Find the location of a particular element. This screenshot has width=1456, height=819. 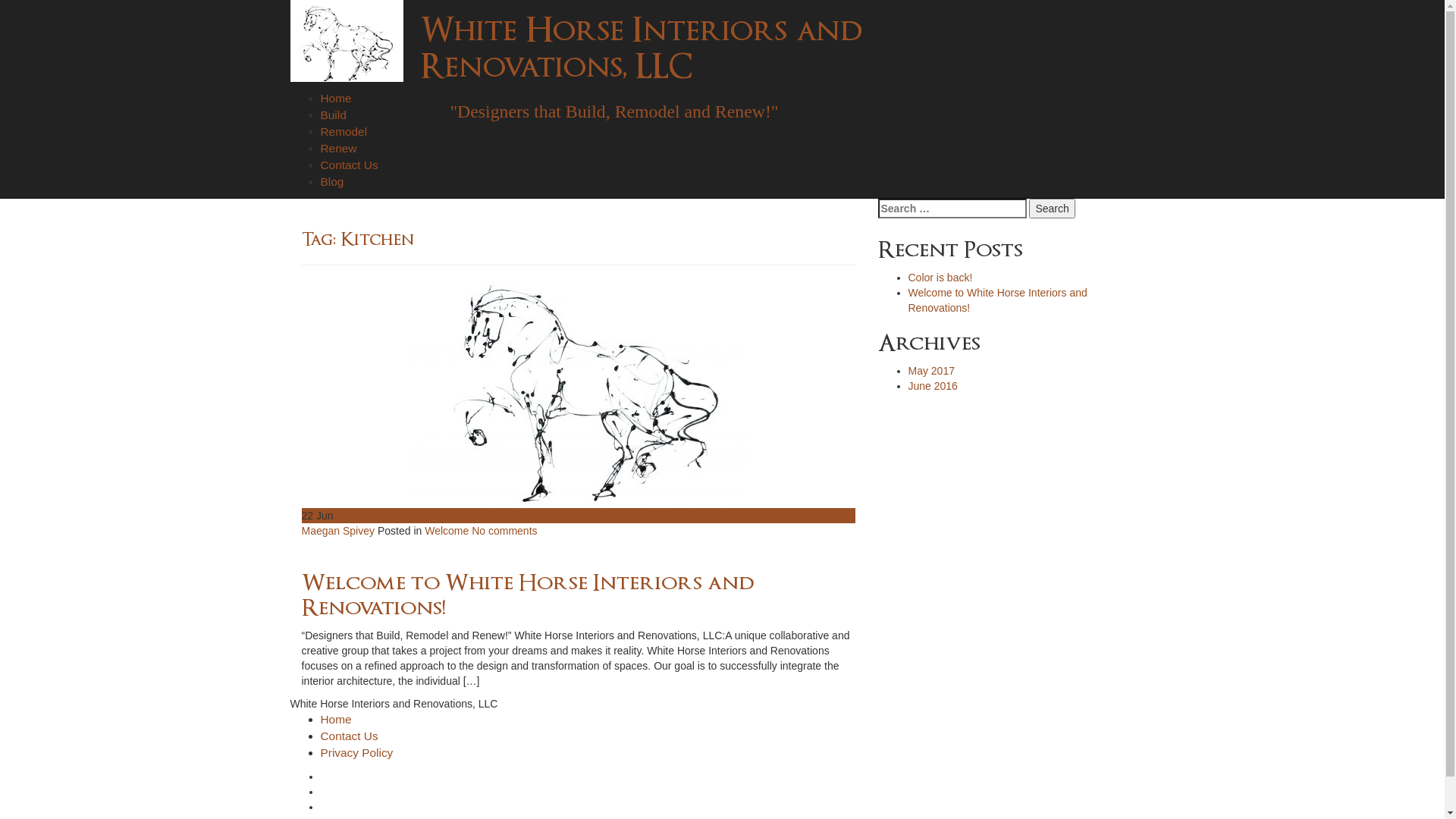

'May 2017' is located at coordinates (930, 371).